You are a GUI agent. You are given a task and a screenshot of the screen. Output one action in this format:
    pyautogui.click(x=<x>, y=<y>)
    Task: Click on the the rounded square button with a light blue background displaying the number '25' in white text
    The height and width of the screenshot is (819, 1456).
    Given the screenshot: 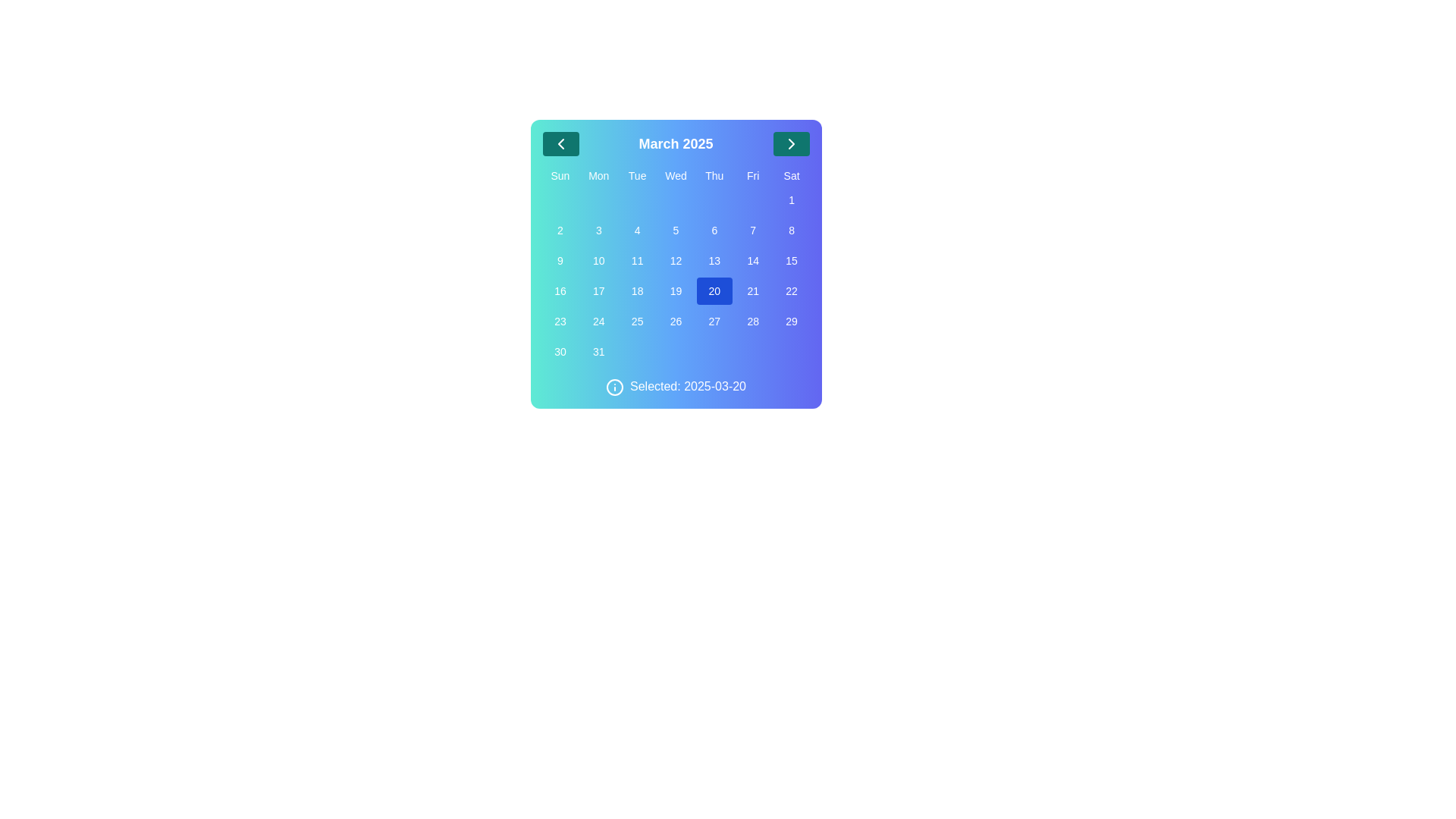 What is the action you would take?
    pyautogui.click(x=637, y=321)
    